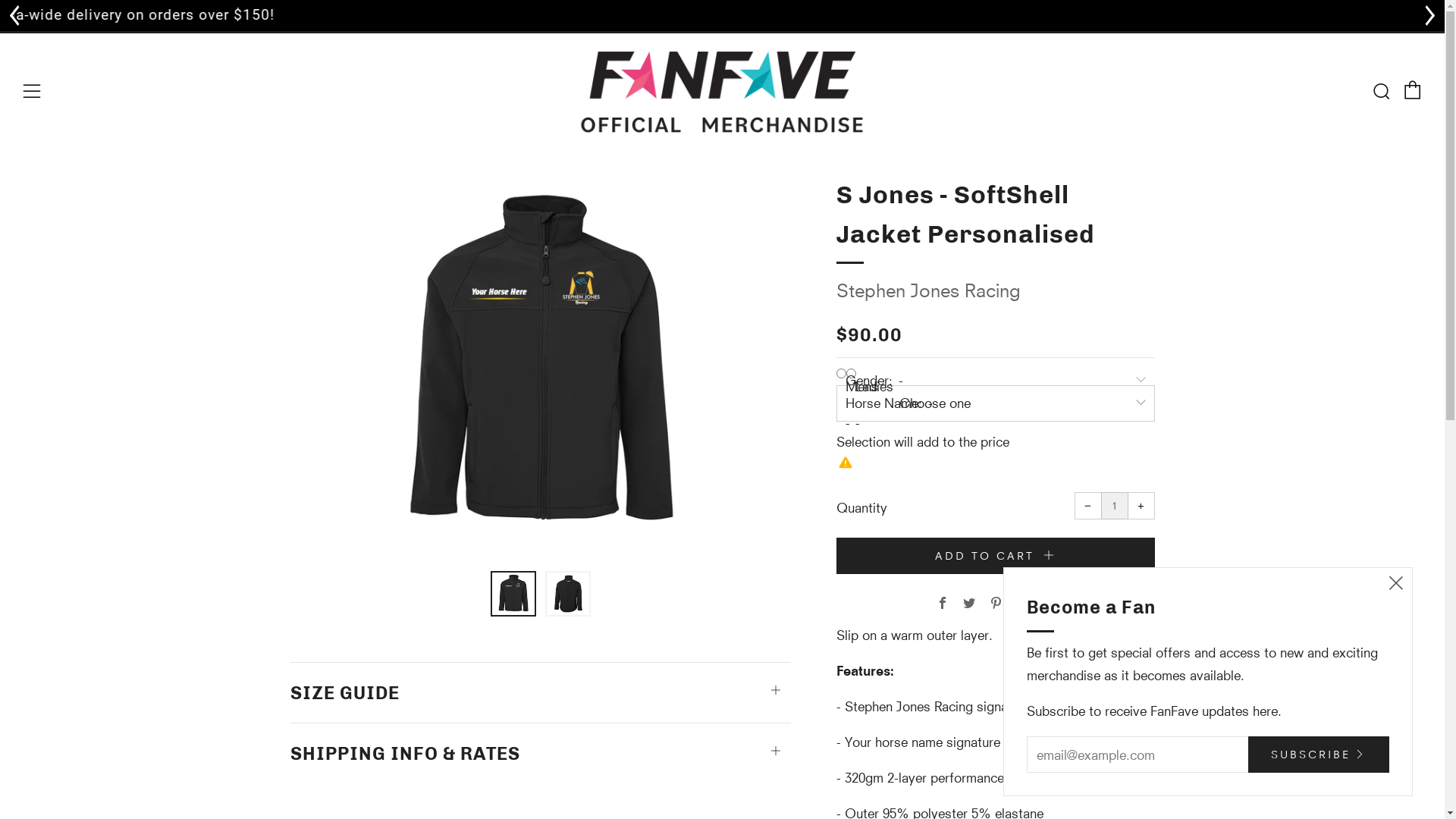  Describe the element at coordinates (1411, 90) in the screenshot. I see `'Cart'` at that location.